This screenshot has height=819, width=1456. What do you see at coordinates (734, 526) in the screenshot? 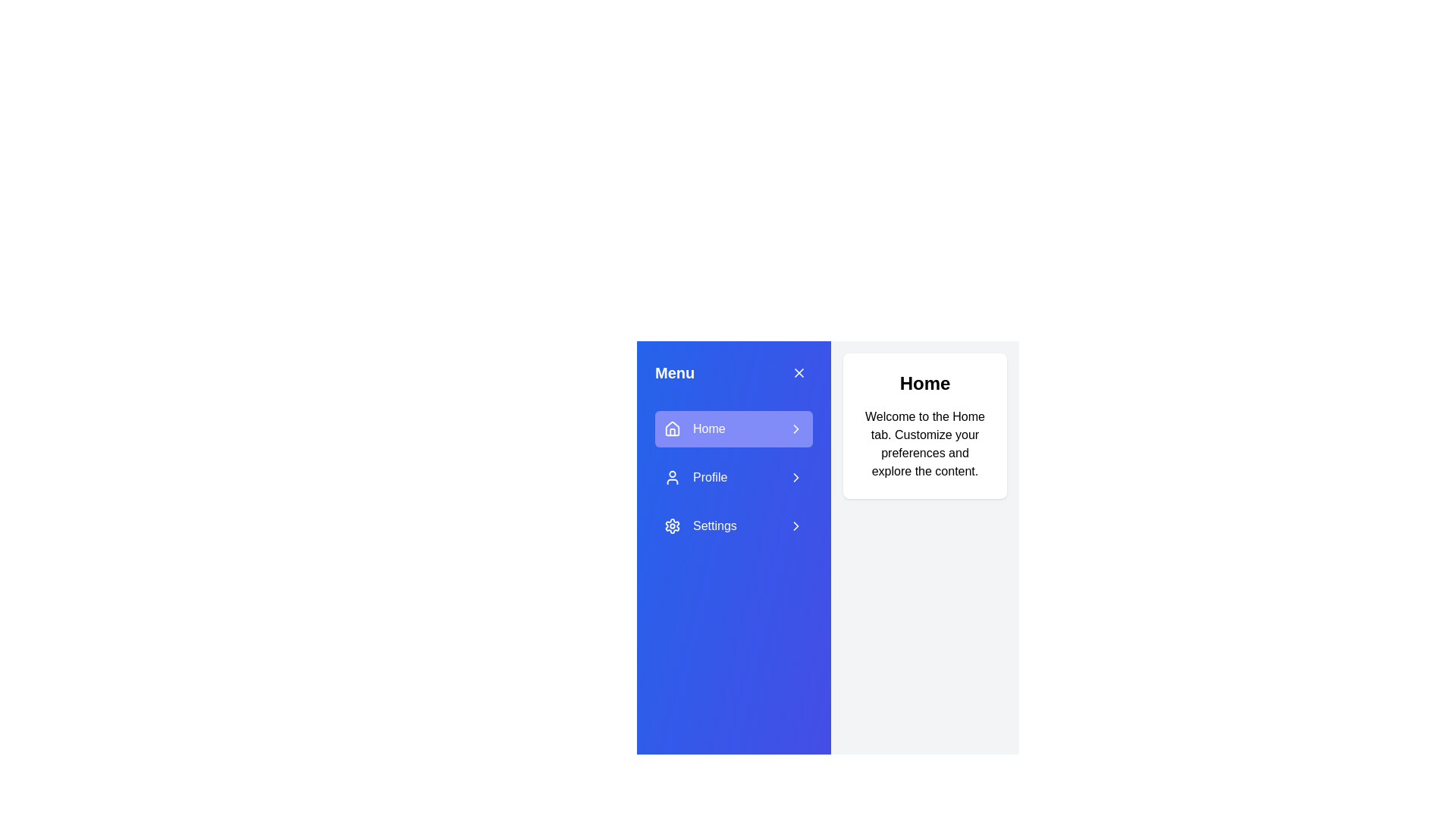
I see `the navigation button located in the sidebar menu, which is the third item below 'Home' and 'Profile'` at bounding box center [734, 526].